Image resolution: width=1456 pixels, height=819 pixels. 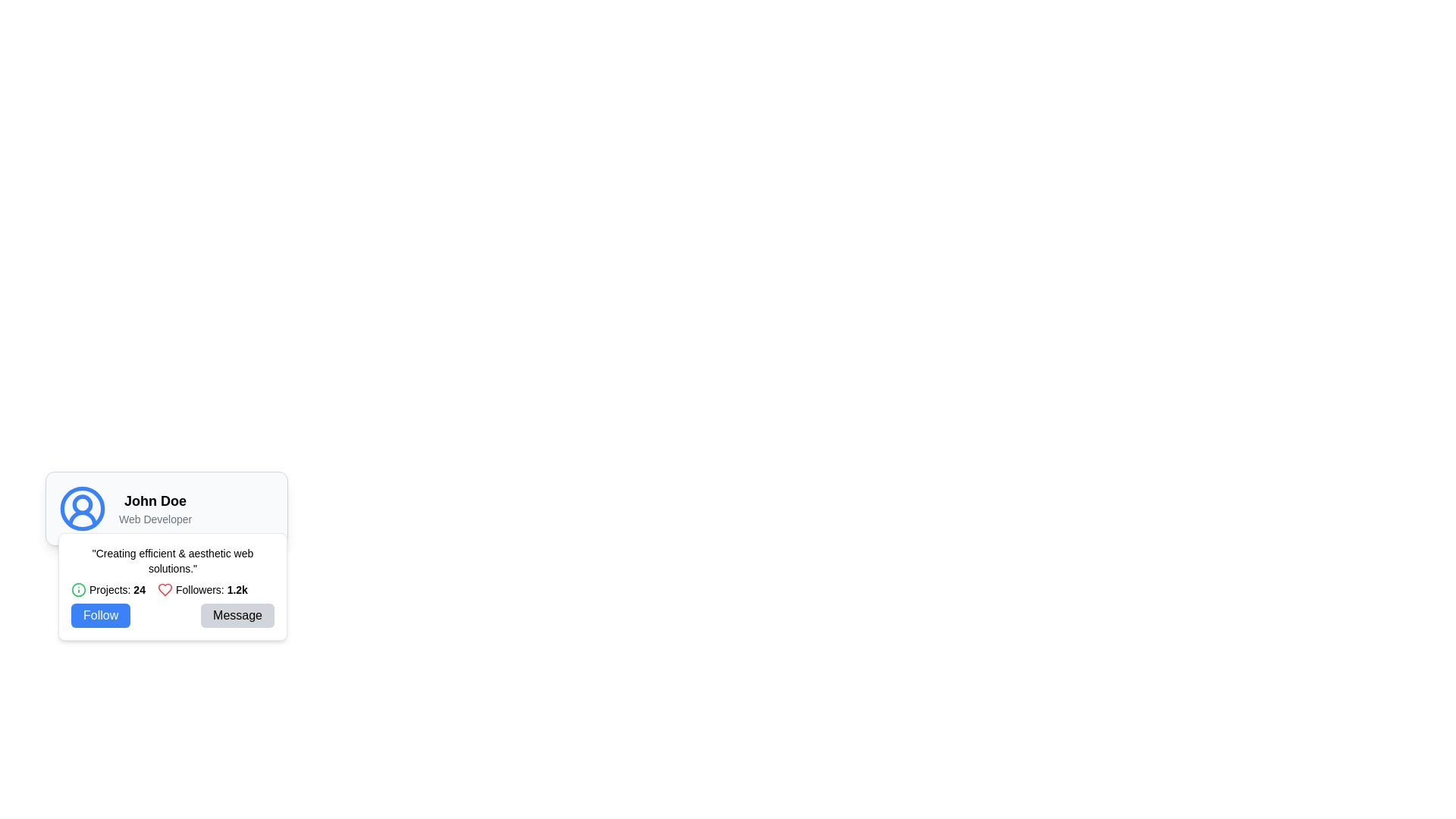 What do you see at coordinates (155, 500) in the screenshot?
I see `prominent static text element displaying 'John Doe', which is styled in bold and larger font, positioned at the top-left section of the card interface` at bounding box center [155, 500].